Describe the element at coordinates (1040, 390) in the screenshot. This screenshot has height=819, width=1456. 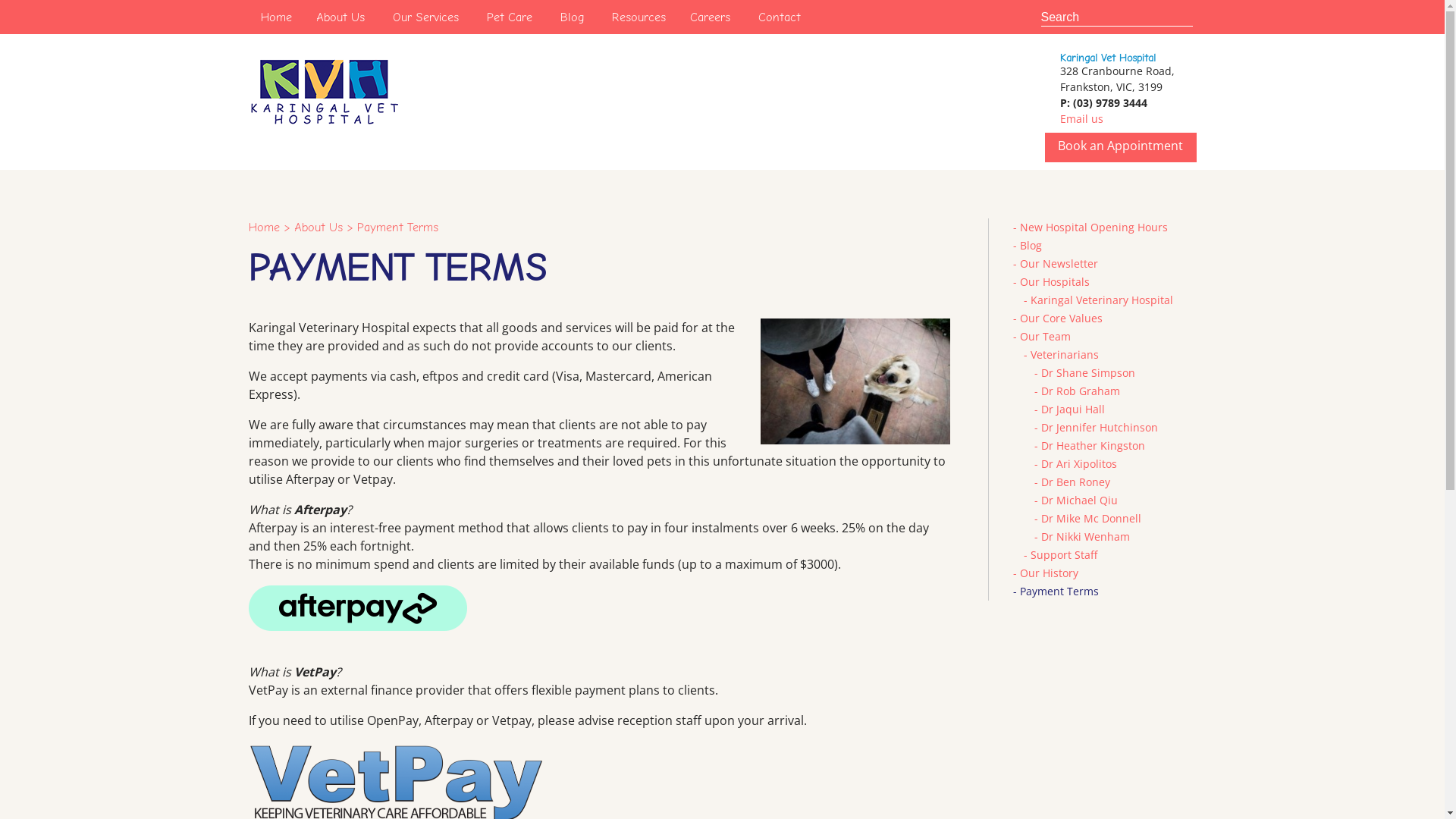
I see `'Dr Rob Graham'` at that location.